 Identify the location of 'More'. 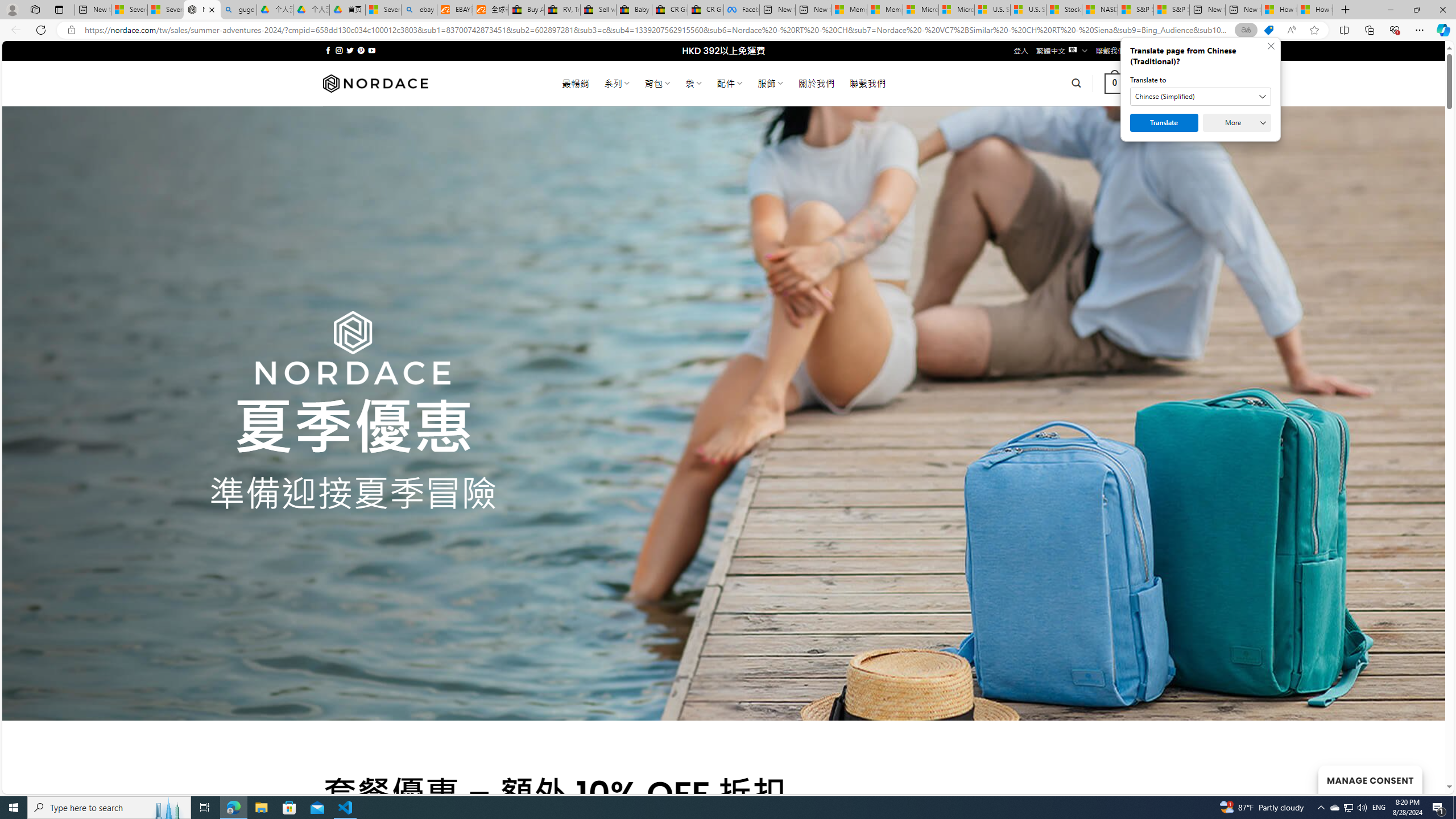
(1236, 122).